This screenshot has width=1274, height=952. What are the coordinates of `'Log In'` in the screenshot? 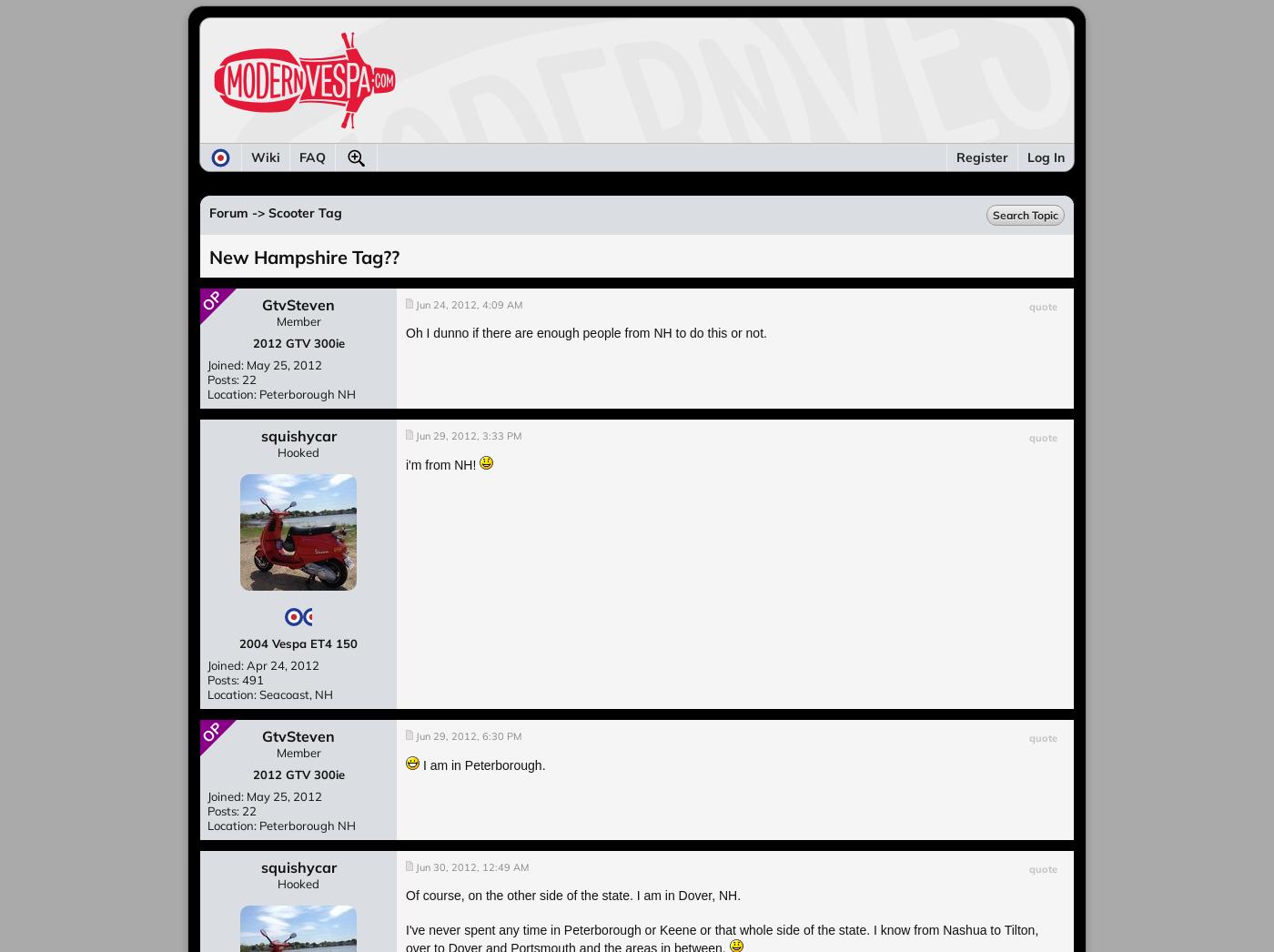 It's located at (1046, 157).